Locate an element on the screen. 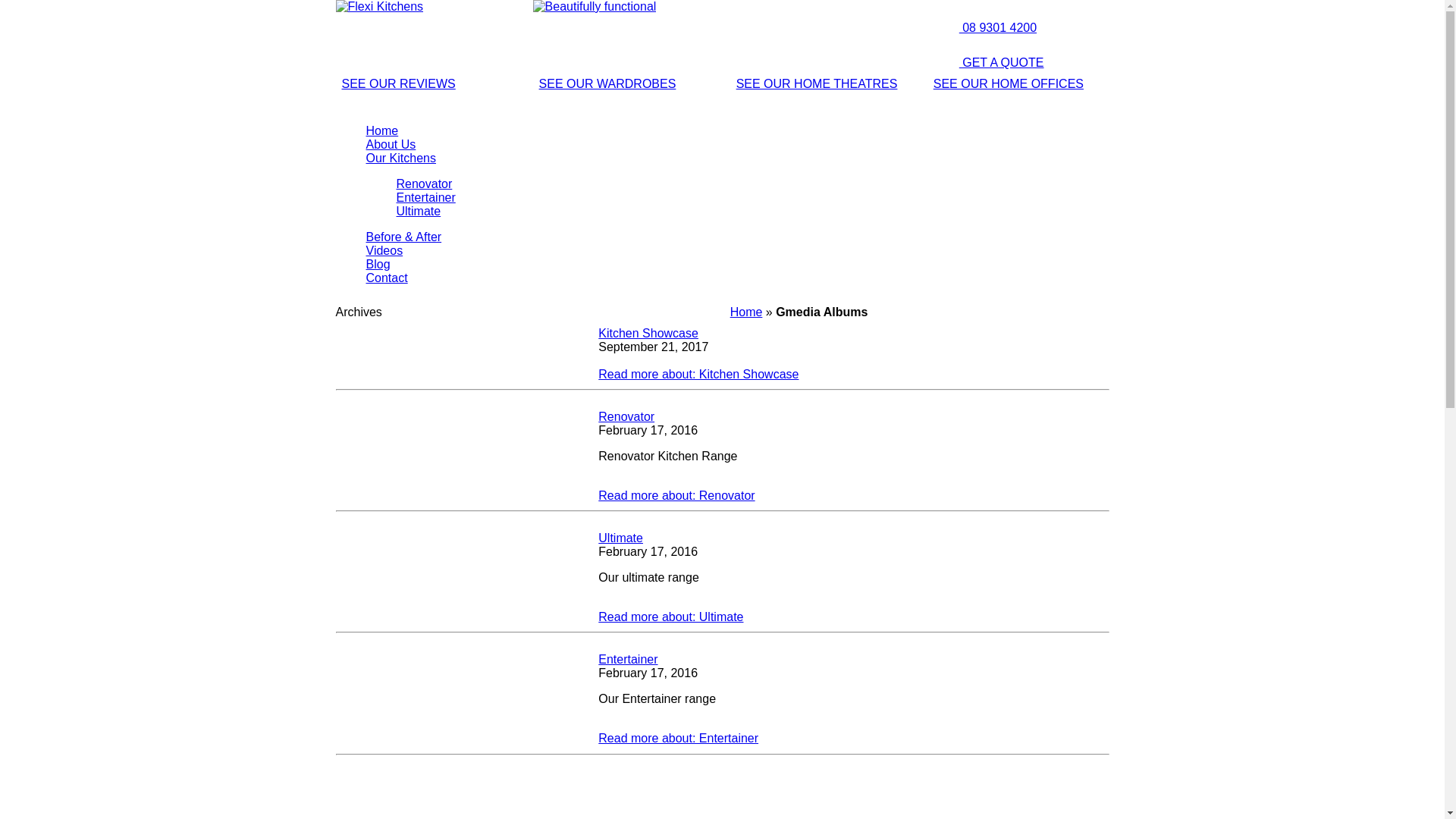 This screenshot has width=1456, height=819. 'Before & After' is located at coordinates (403, 237).